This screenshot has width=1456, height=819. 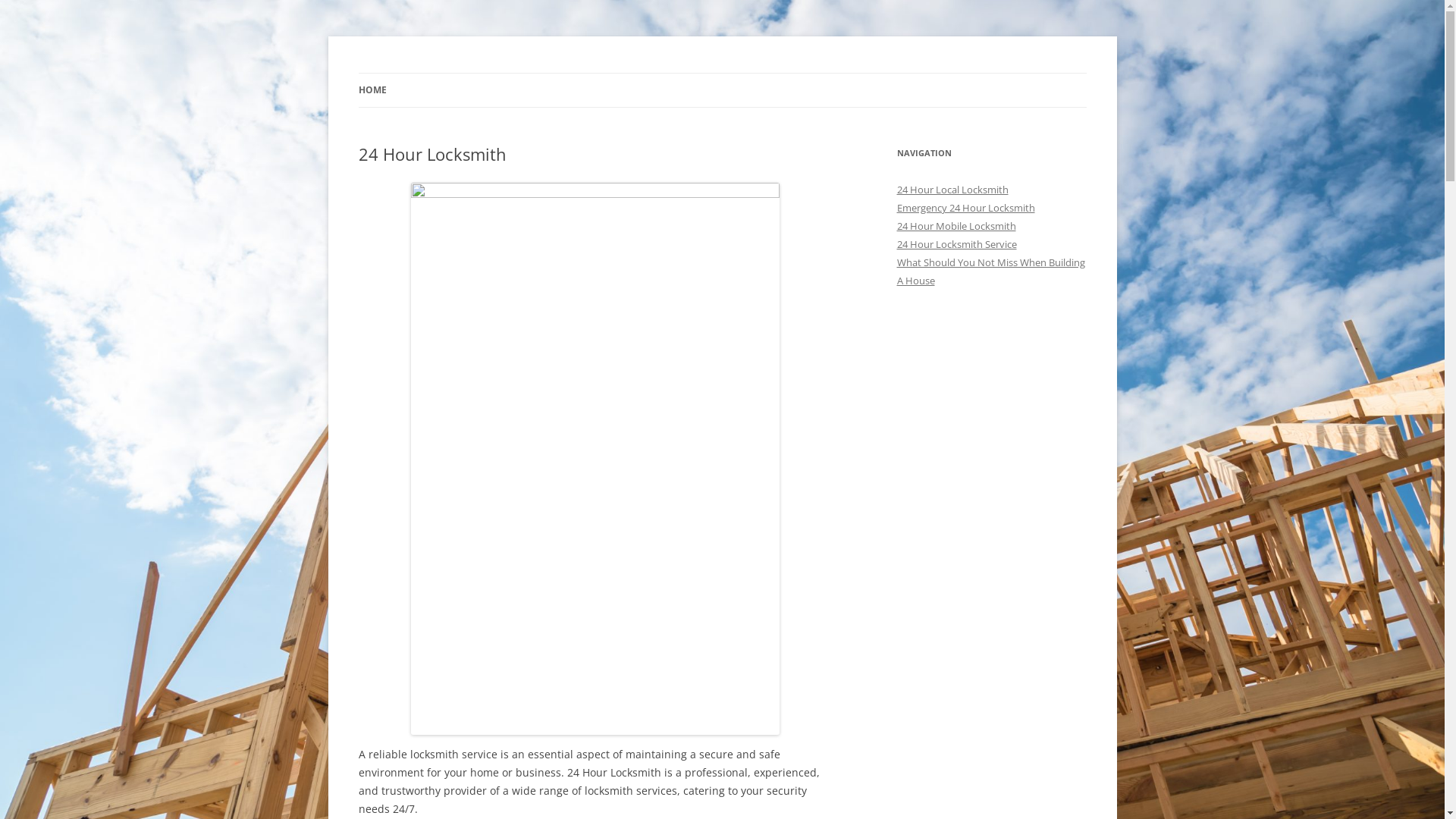 What do you see at coordinates (372, 90) in the screenshot?
I see `'HOME'` at bounding box center [372, 90].